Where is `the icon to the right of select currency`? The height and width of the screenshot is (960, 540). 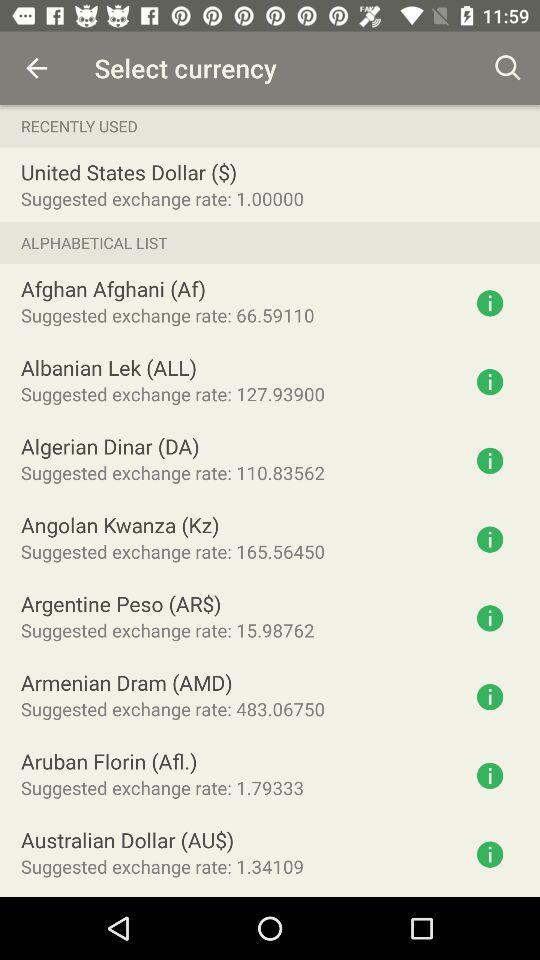 the icon to the right of select currency is located at coordinates (508, 68).